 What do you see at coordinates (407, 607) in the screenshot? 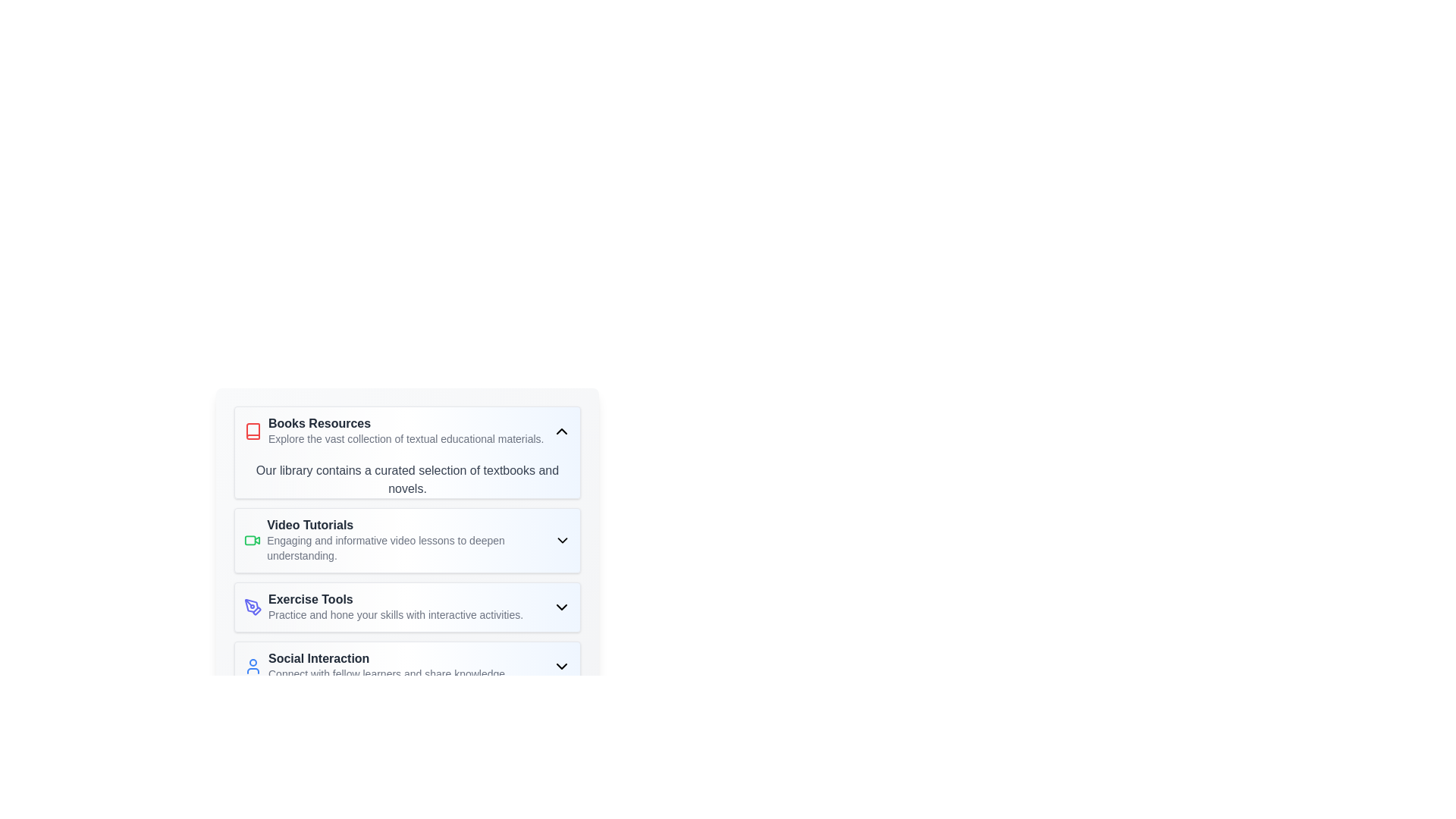
I see `the Collapsible Card Header for 'Exercise Tools'` at bounding box center [407, 607].